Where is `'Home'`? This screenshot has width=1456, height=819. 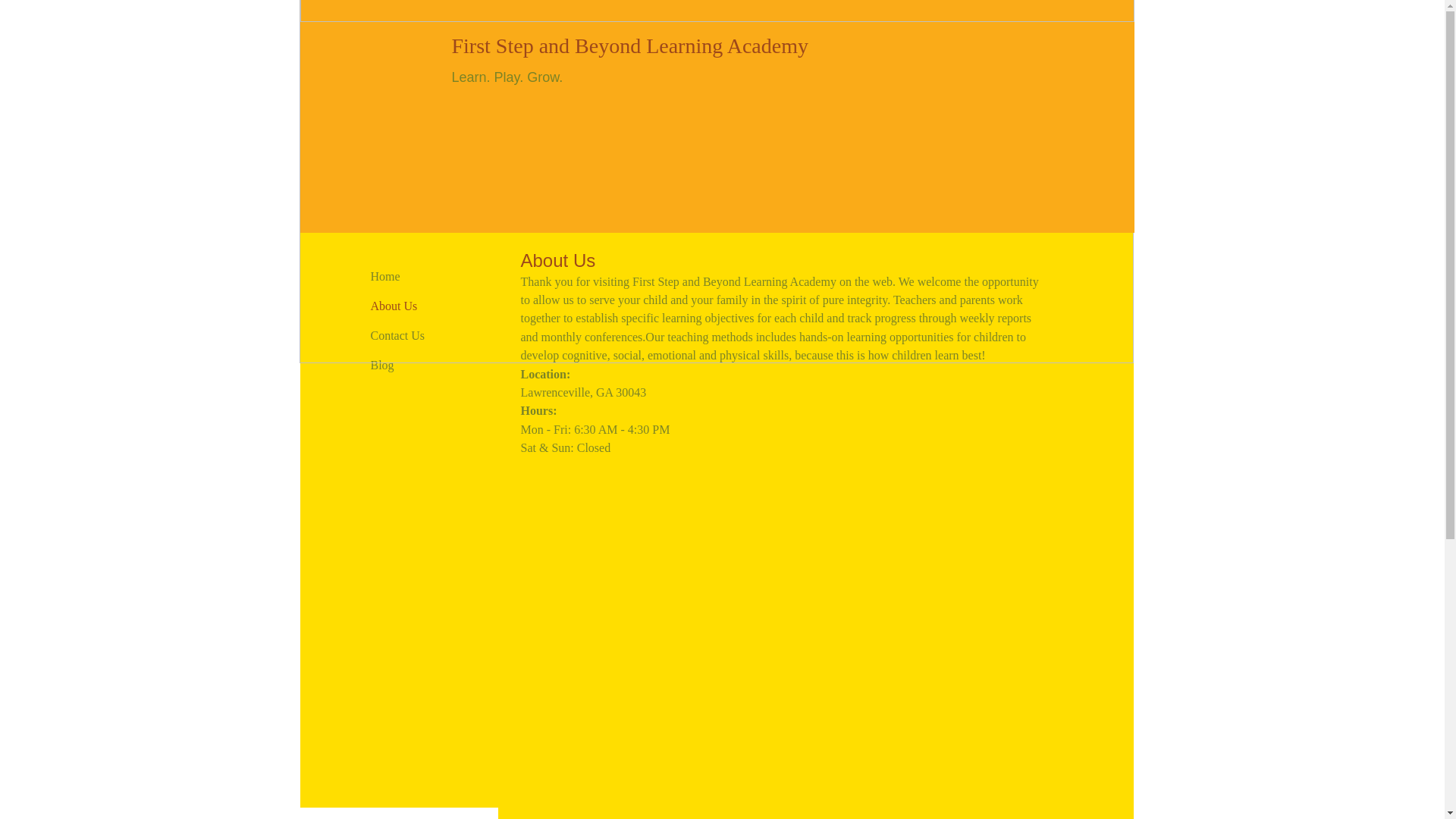
'Home' is located at coordinates (384, 277).